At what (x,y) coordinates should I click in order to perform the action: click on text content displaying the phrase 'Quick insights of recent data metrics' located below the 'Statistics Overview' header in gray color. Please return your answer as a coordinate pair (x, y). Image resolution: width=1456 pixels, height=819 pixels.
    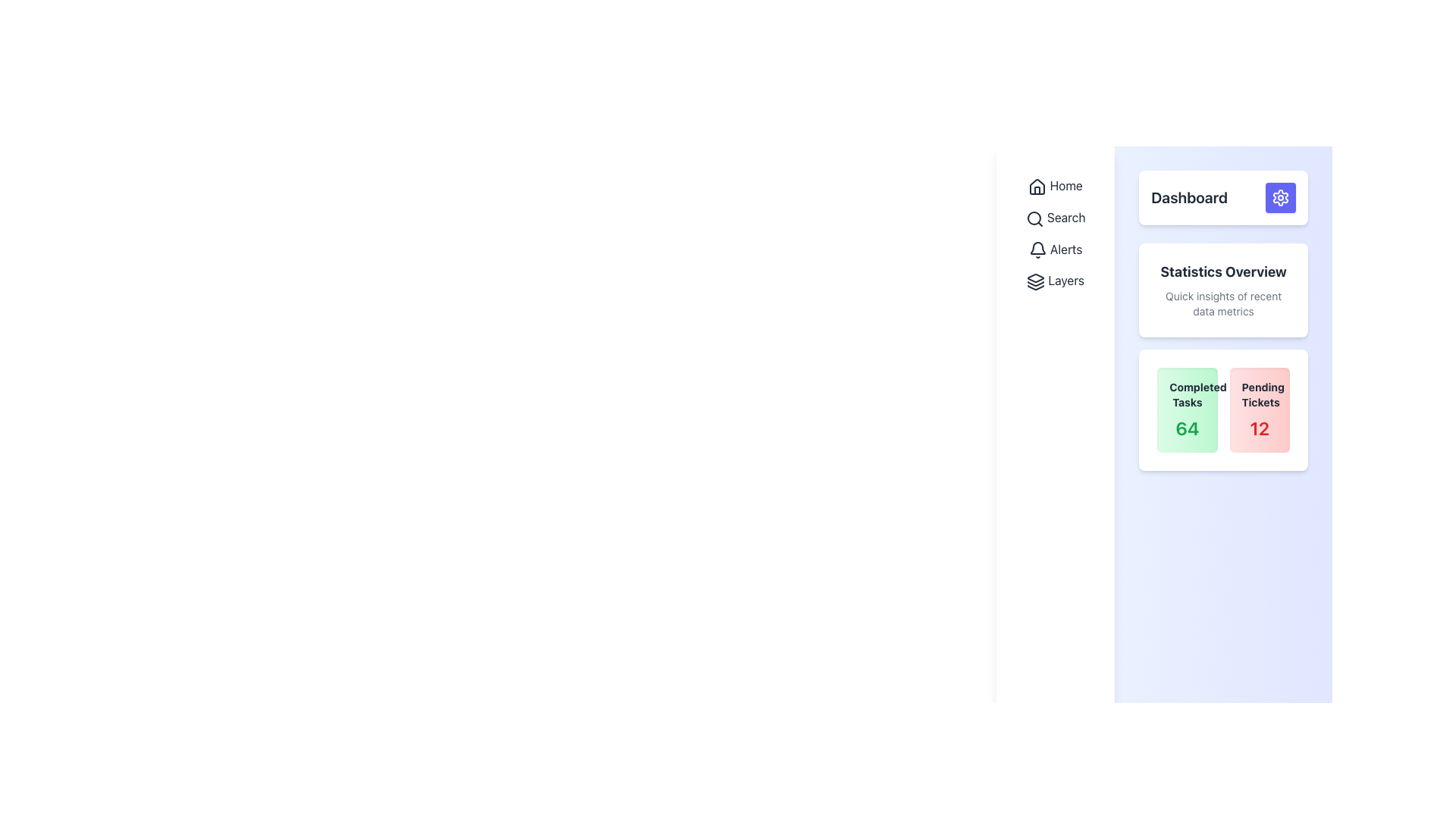
    Looking at the image, I should click on (1223, 304).